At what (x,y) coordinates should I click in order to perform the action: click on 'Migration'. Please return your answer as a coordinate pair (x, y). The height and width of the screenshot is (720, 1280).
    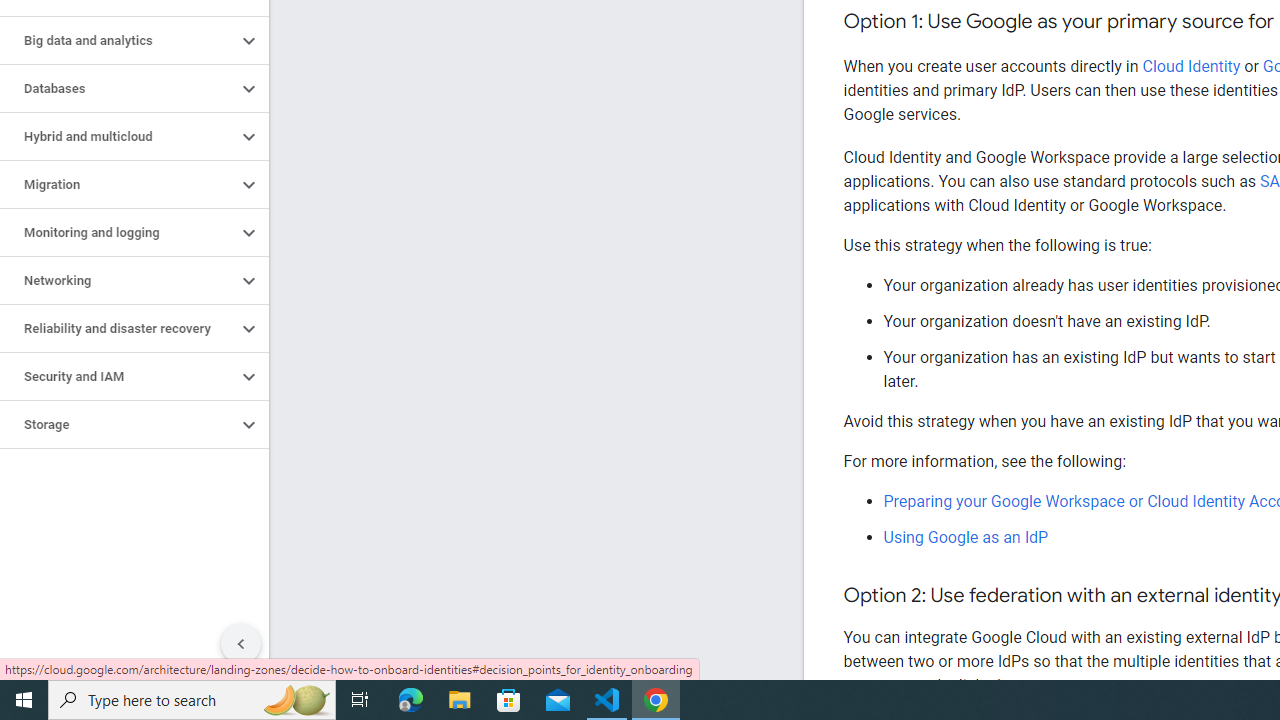
    Looking at the image, I should click on (117, 185).